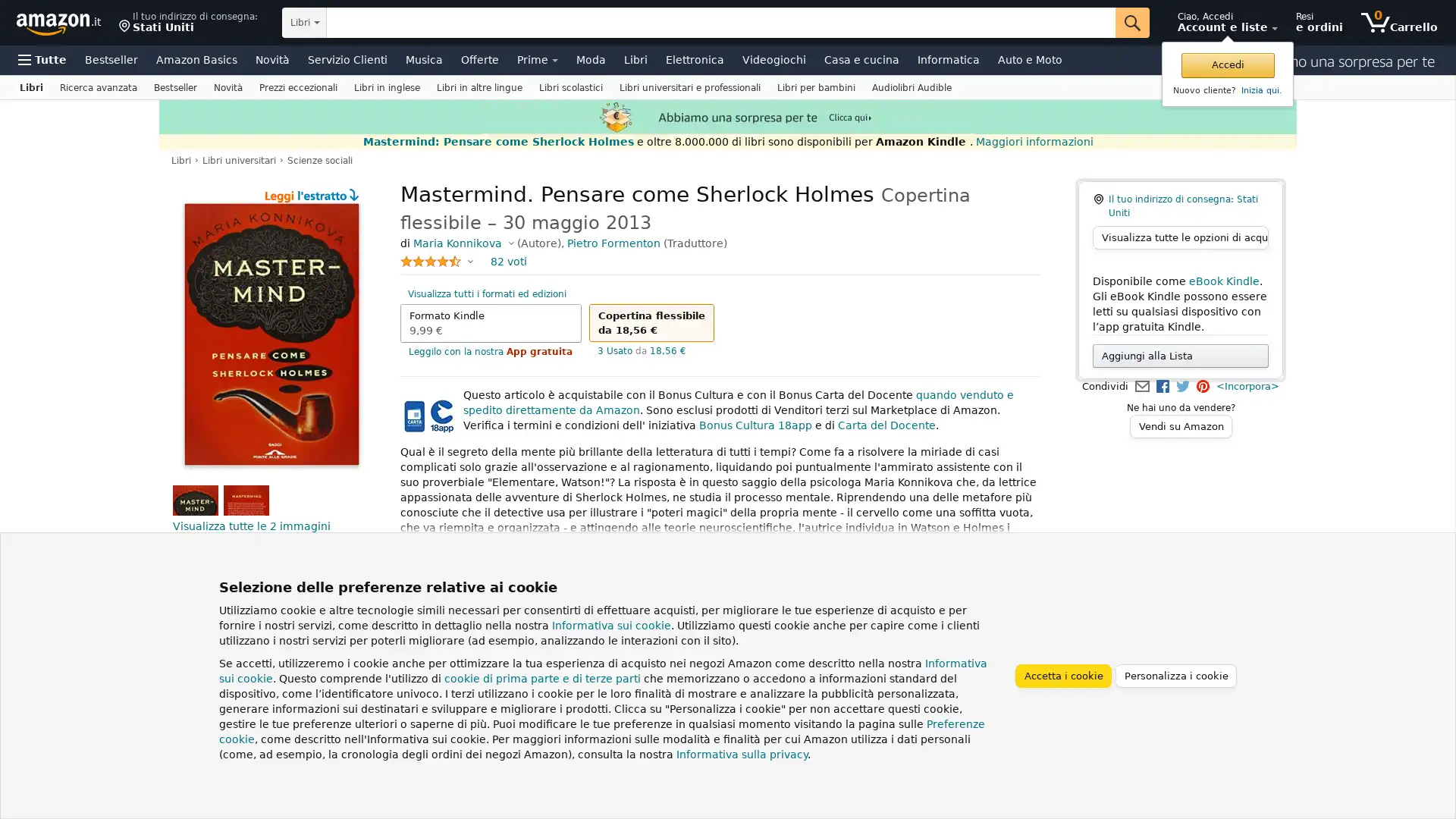 This screenshot has height=819, width=1456. Describe the element at coordinates (1132, 23) in the screenshot. I see `VAI` at that location.